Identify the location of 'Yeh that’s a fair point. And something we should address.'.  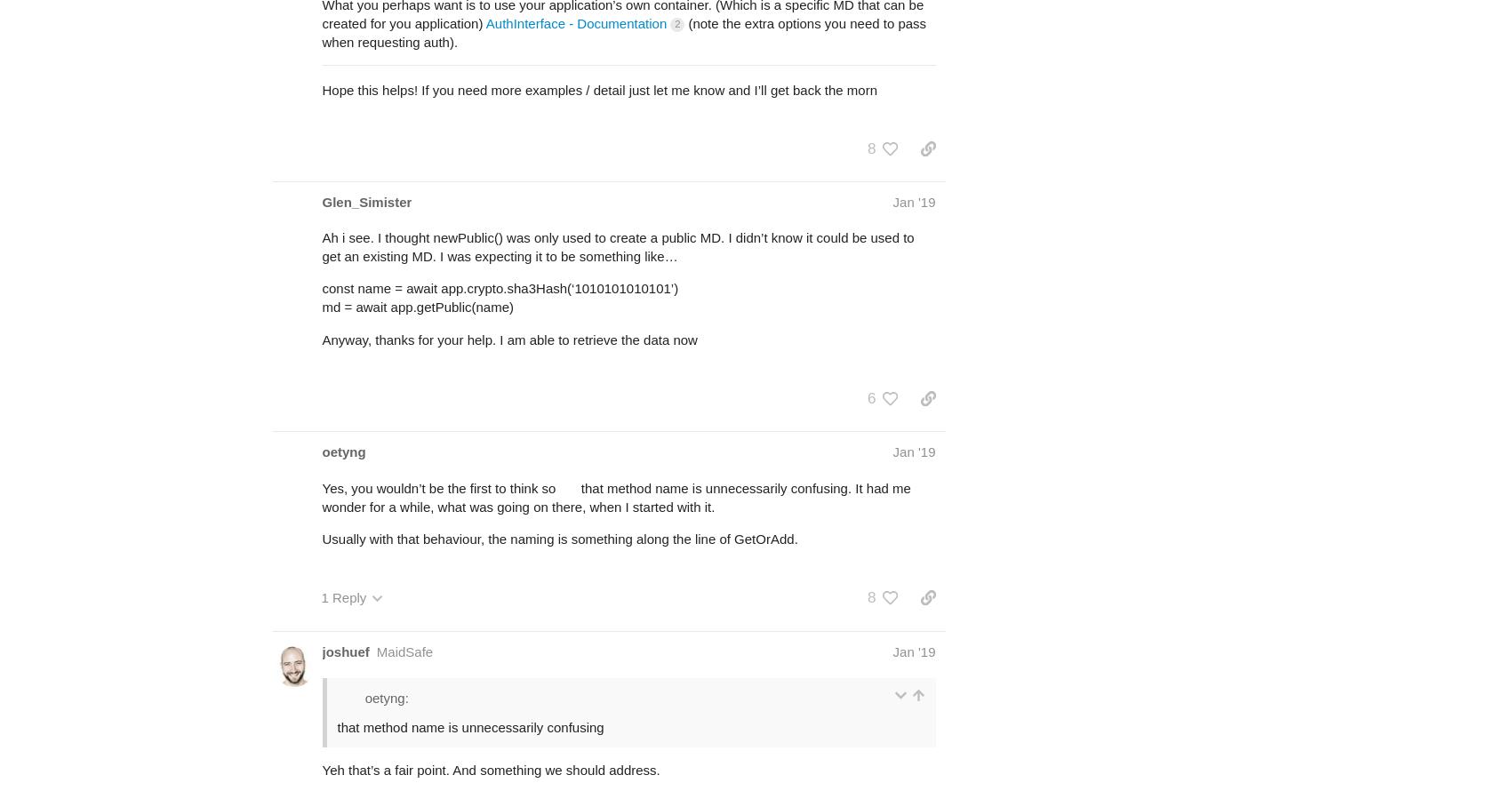
(490, 769).